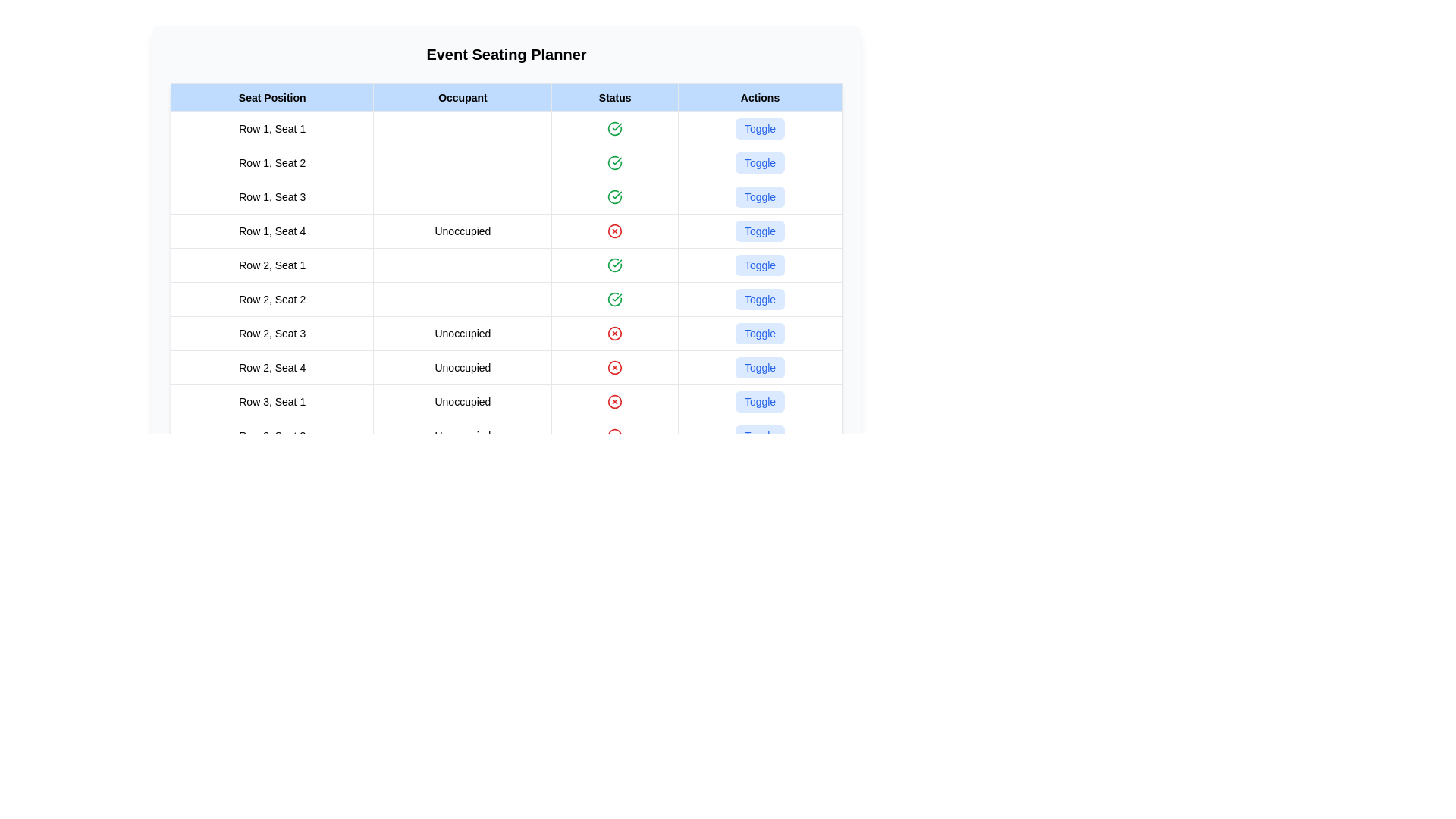 This screenshot has width=1456, height=819. What do you see at coordinates (760, 163) in the screenshot?
I see `the toggle button in the 'Actions' column of the fourth row in the 'Event Seating Planner' table` at bounding box center [760, 163].